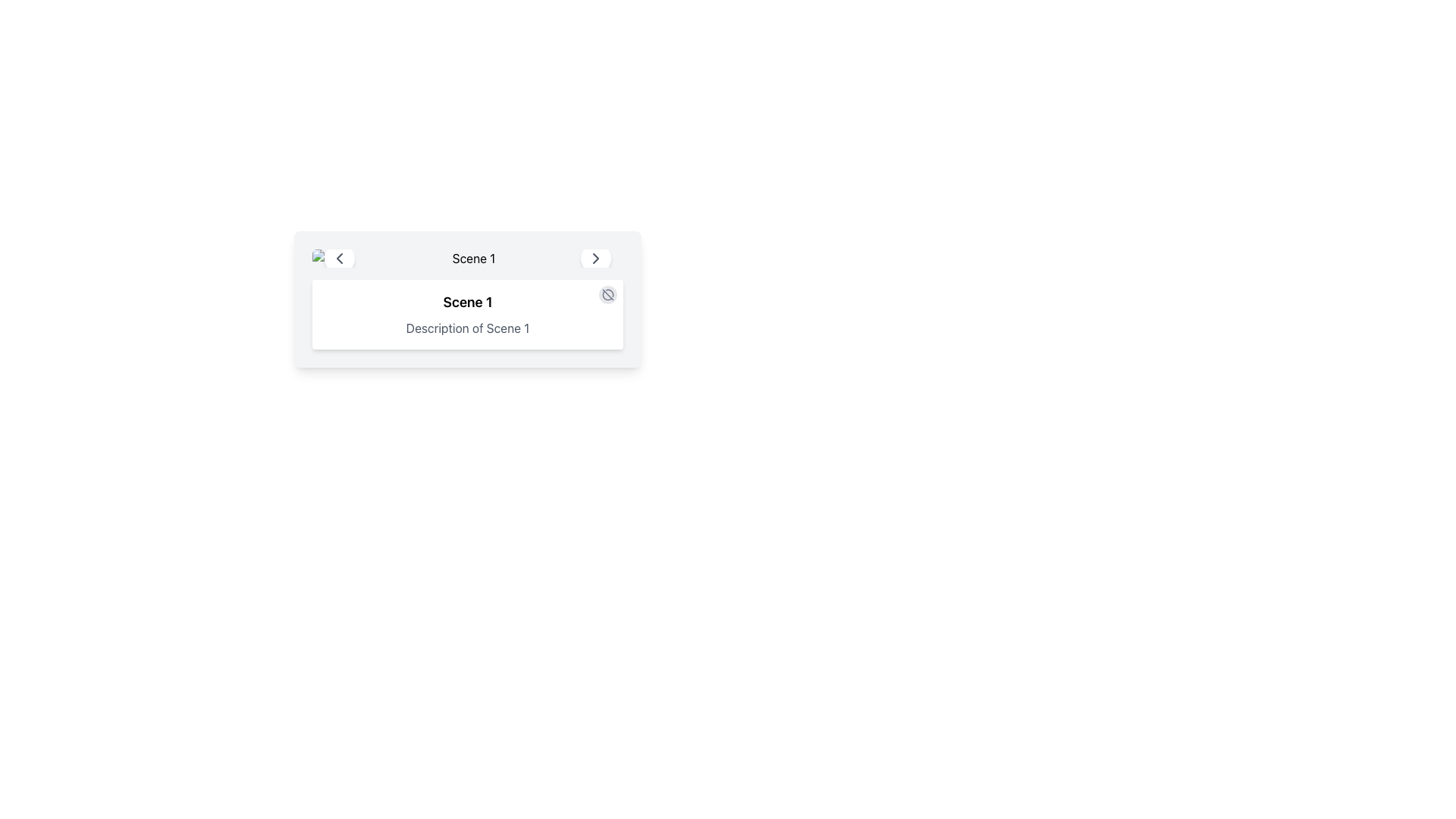  What do you see at coordinates (607, 295) in the screenshot?
I see `the Icon Button located in the top-right corner of the card displaying 'Scene 1'` at bounding box center [607, 295].